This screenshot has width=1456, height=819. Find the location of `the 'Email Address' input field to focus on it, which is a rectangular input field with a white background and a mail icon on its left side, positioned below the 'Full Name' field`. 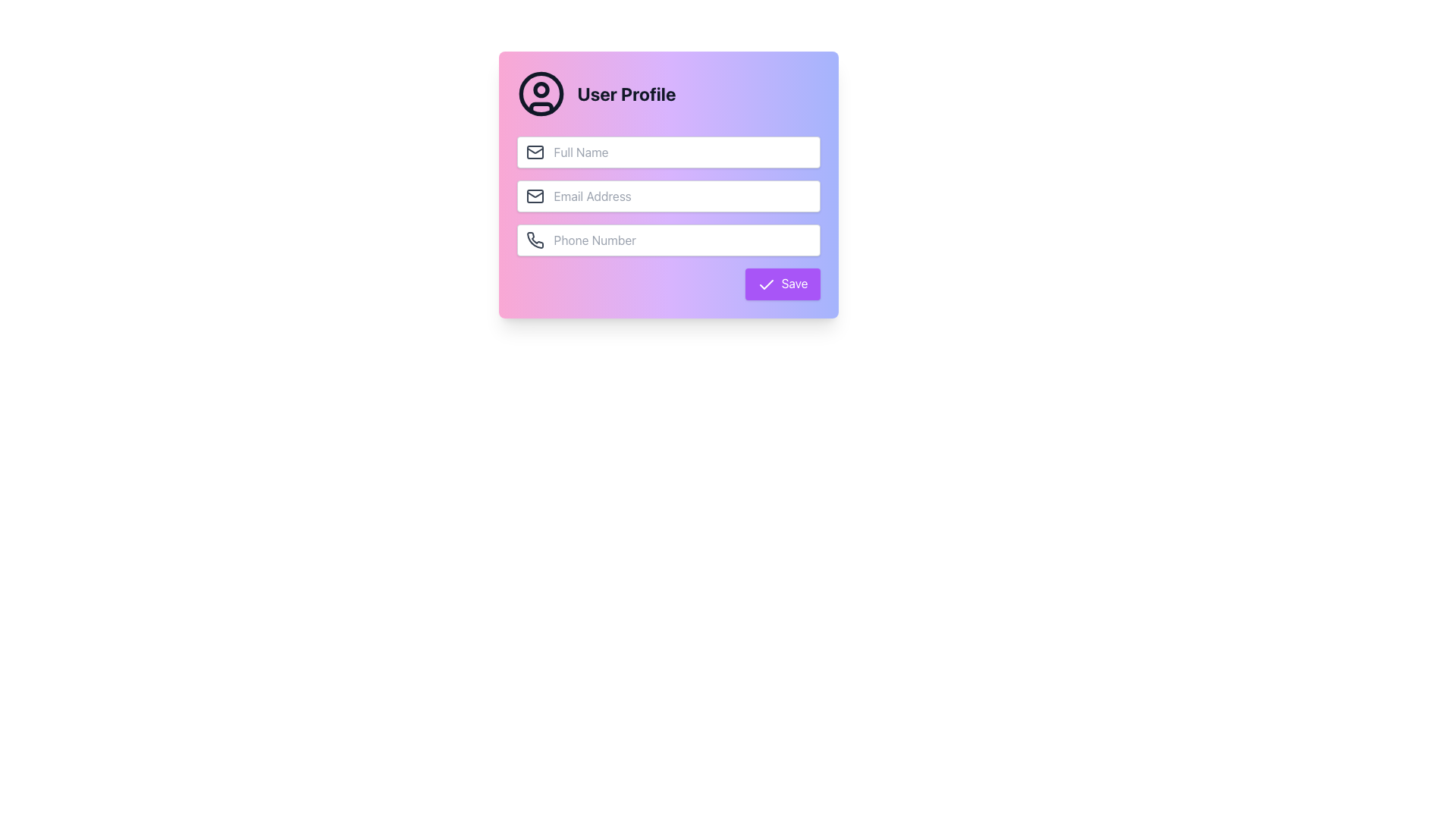

the 'Email Address' input field to focus on it, which is a rectangular input field with a white background and a mail icon on its left side, positioned below the 'Full Name' field is located at coordinates (667, 184).